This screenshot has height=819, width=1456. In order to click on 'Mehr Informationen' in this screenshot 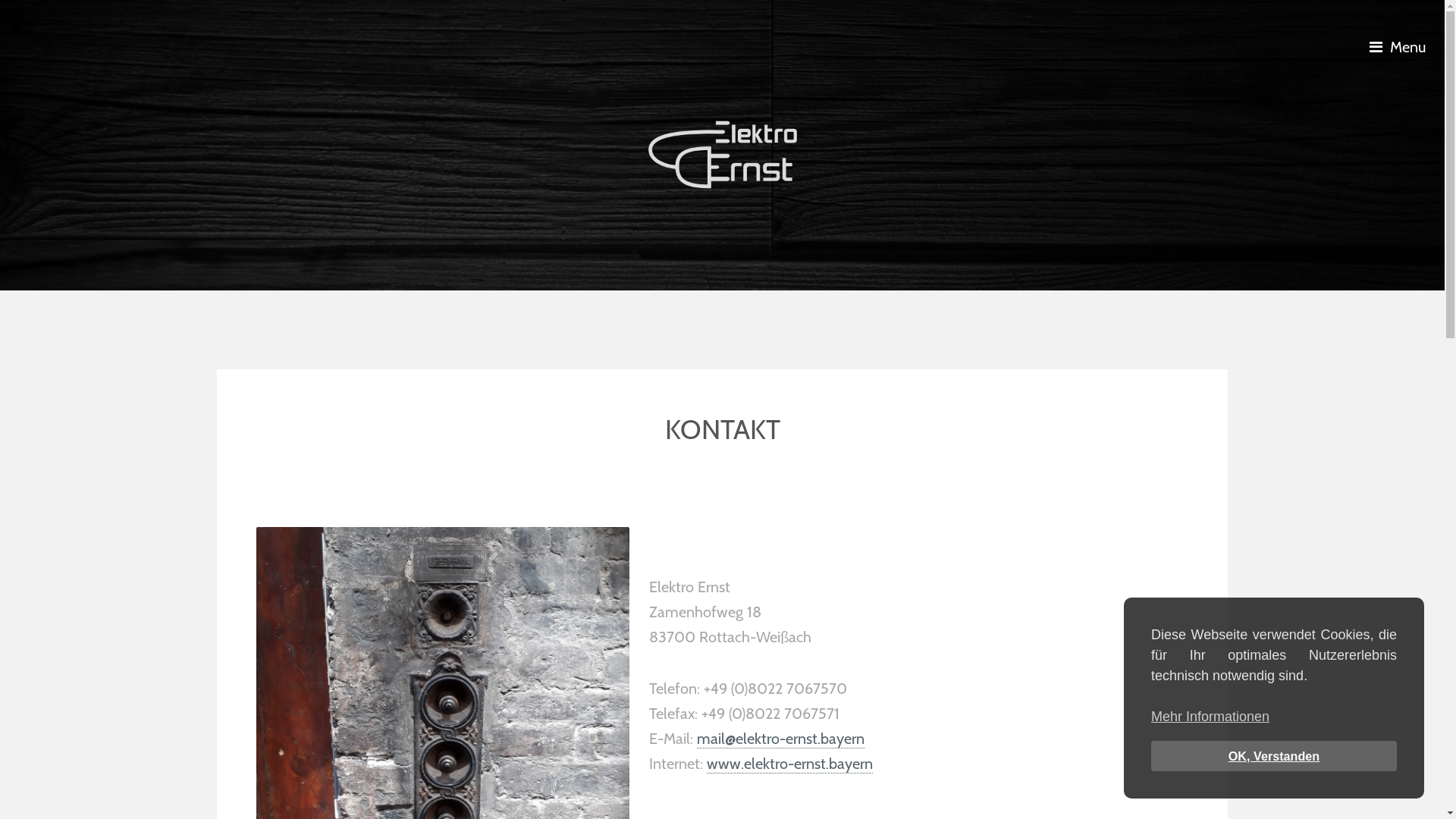, I will do `click(1210, 717)`.